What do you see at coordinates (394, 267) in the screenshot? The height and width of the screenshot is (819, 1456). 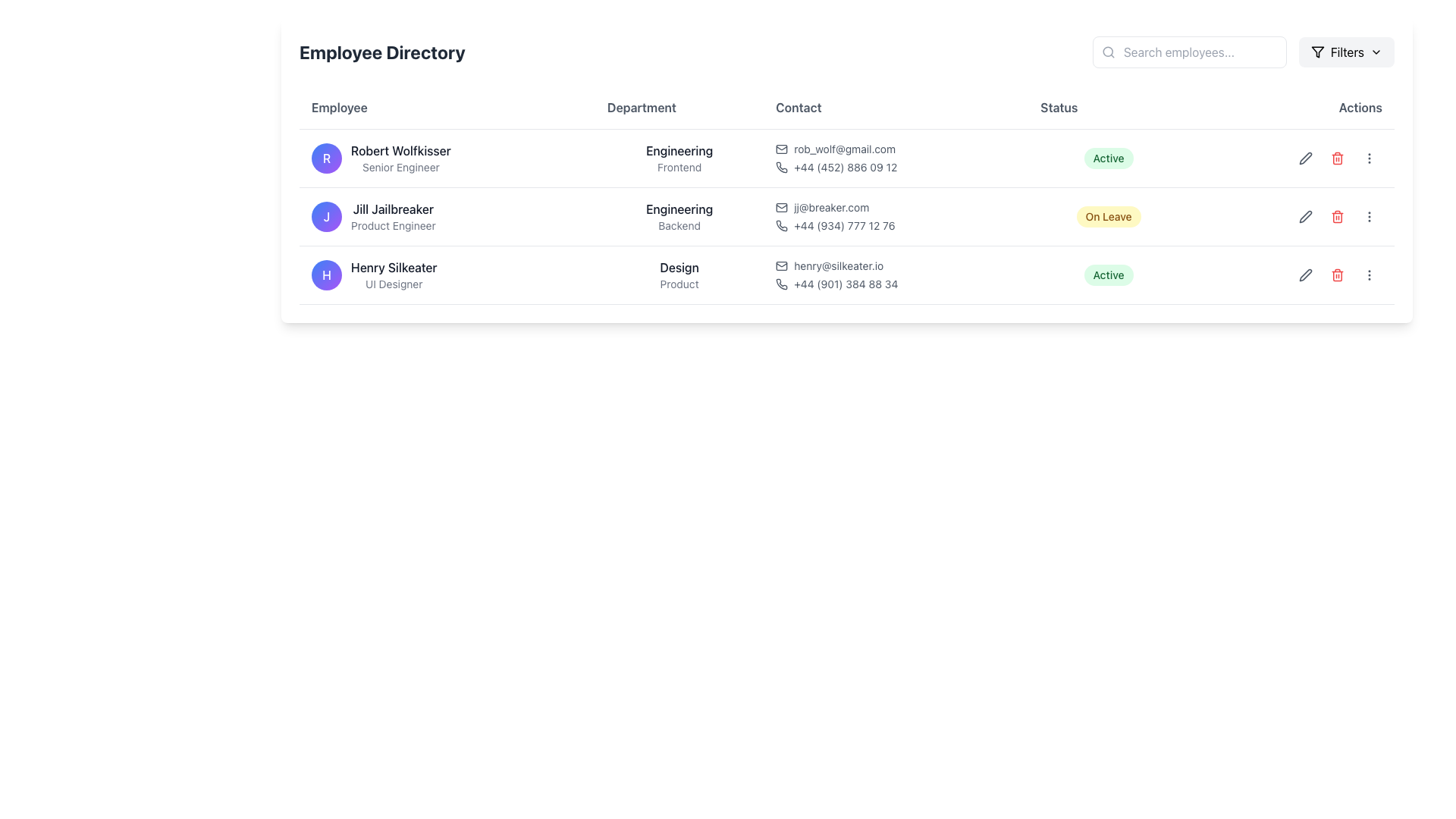 I see `the text label displaying 'Henry Silkeater' in the 'Employee Directory' under the 'Employee' column` at bounding box center [394, 267].